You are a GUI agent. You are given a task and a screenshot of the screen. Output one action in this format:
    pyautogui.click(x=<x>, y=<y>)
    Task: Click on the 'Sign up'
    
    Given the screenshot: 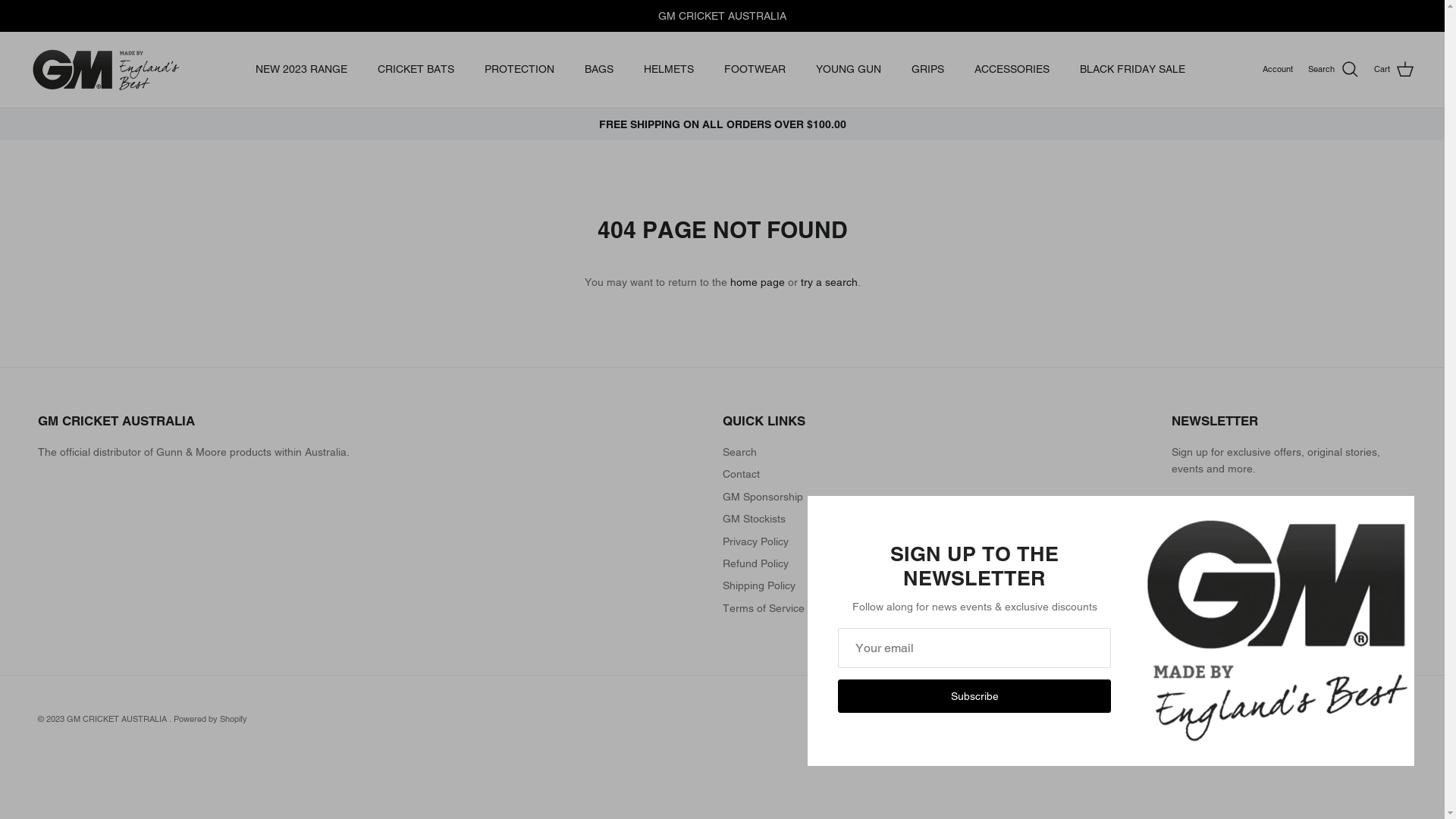 What is the action you would take?
    pyautogui.click(x=1208, y=562)
    